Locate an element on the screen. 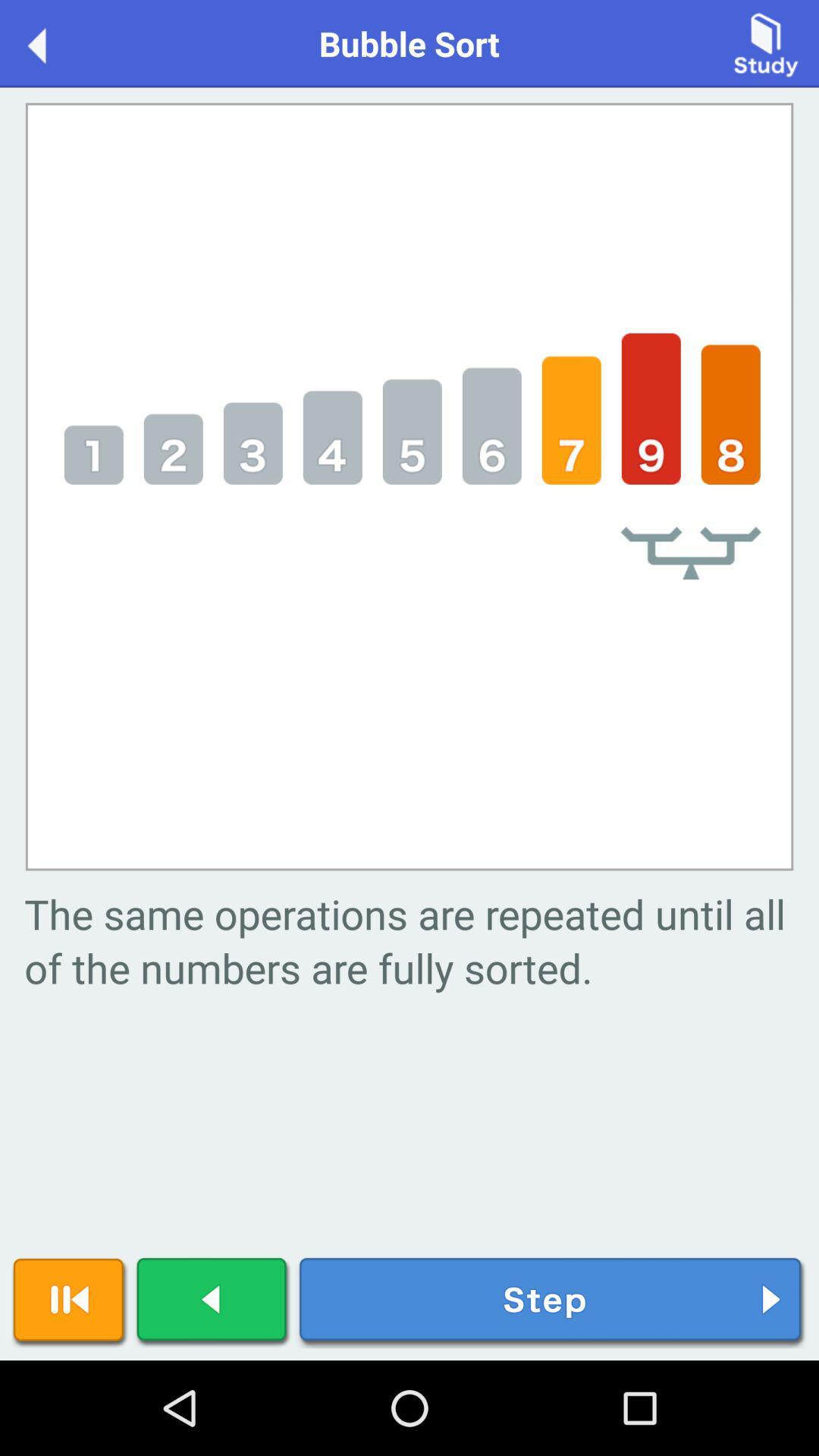  icon next to bubble sort is located at coordinates (52, 42).